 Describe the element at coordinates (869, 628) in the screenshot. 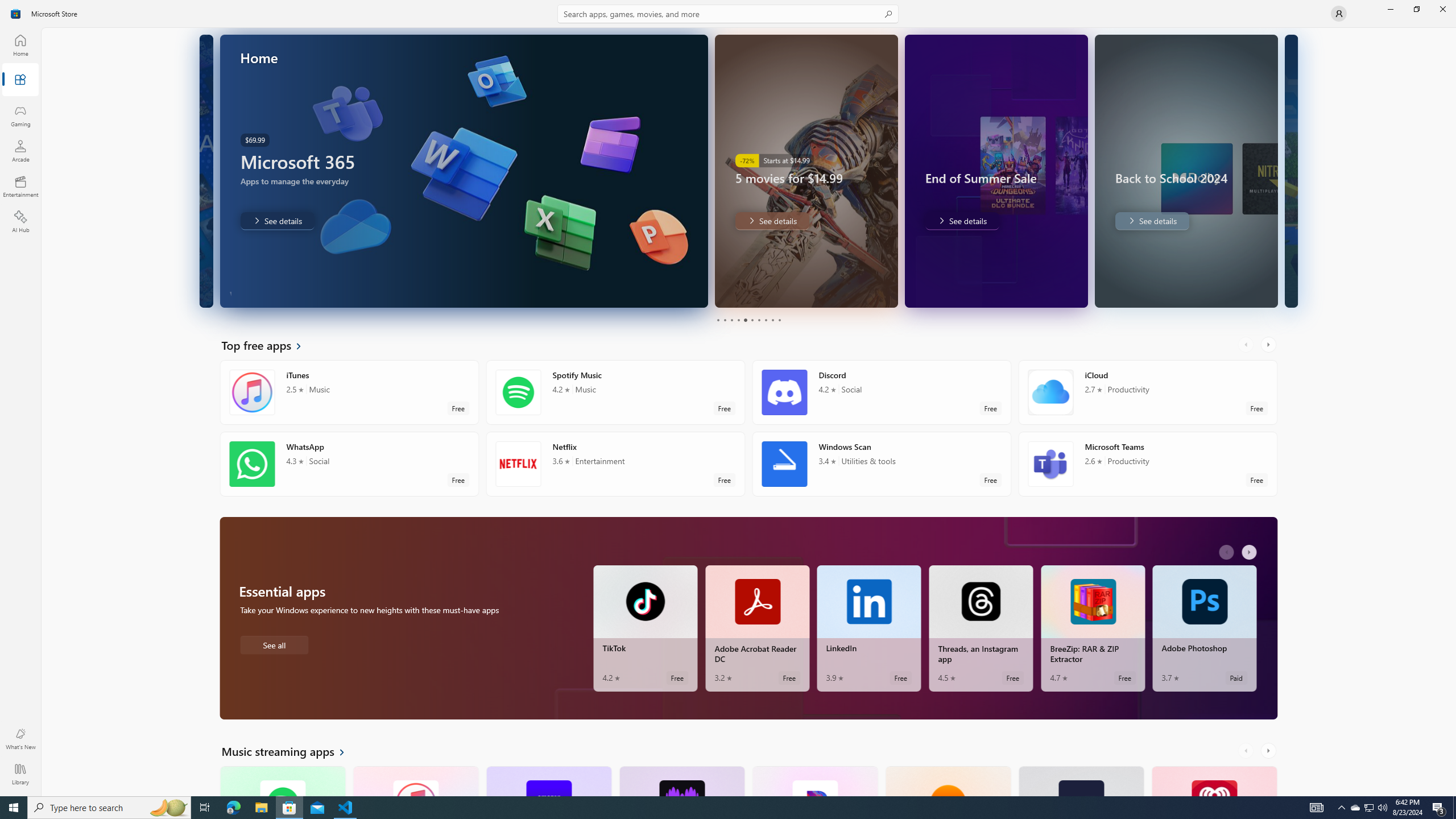

I see `'LinkedIn. Average rating of 3.9 out of five stars. Free  '` at that location.